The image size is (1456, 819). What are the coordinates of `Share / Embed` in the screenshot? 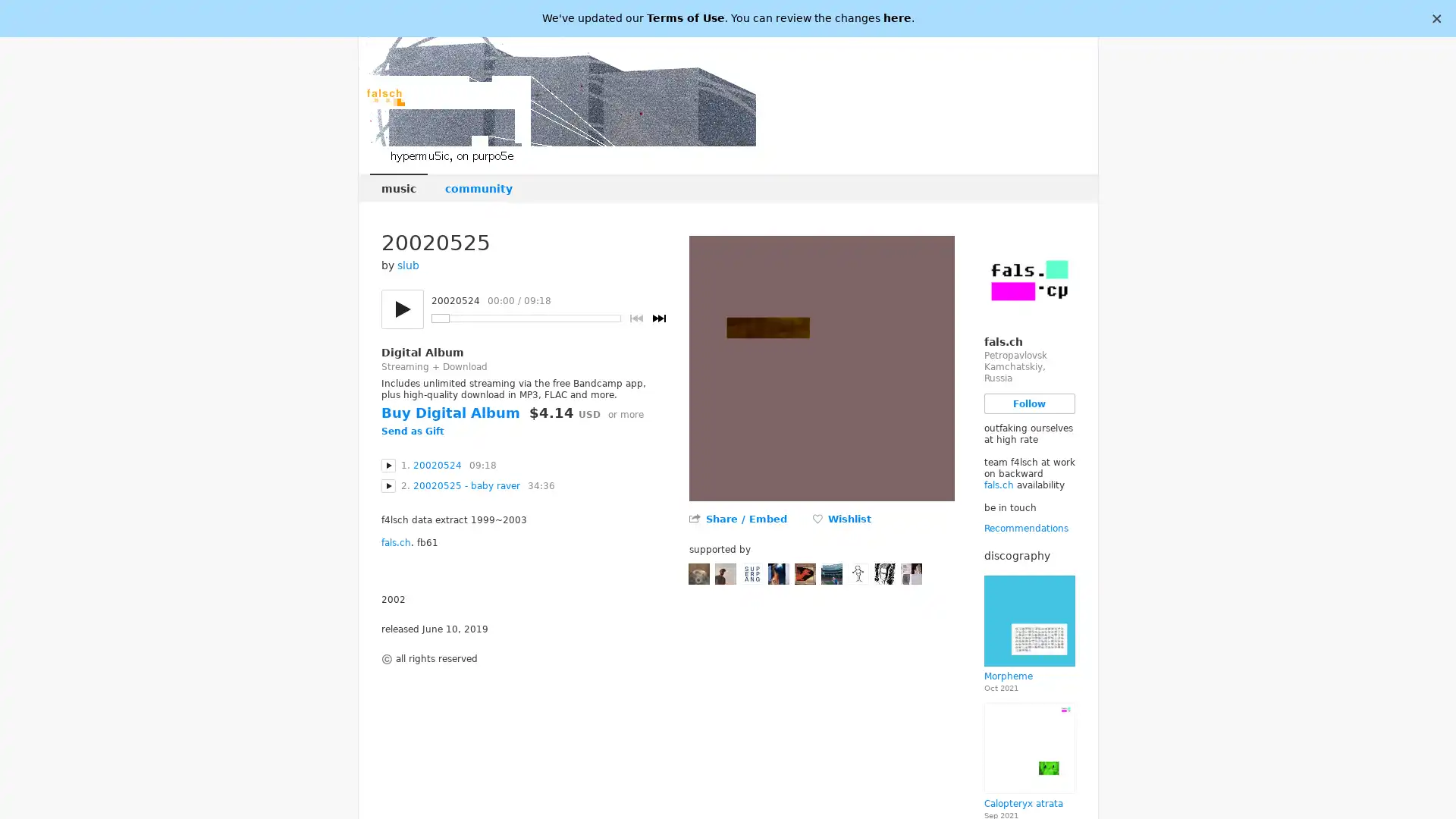 It's located at (745, 518).